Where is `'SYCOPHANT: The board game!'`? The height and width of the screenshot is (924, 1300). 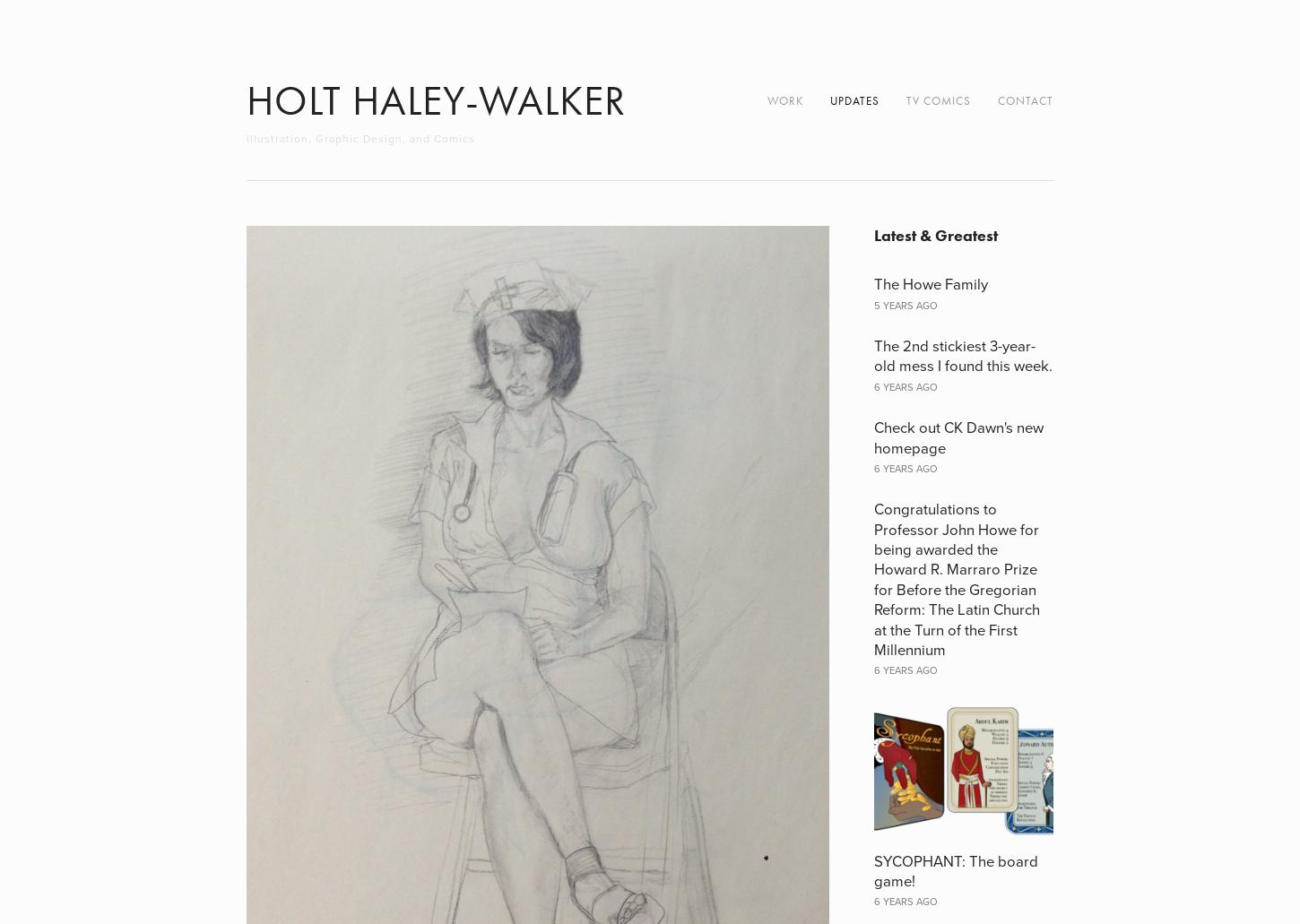
'SYCOPHANT: The board game!' is located at coordinates (956, 870).